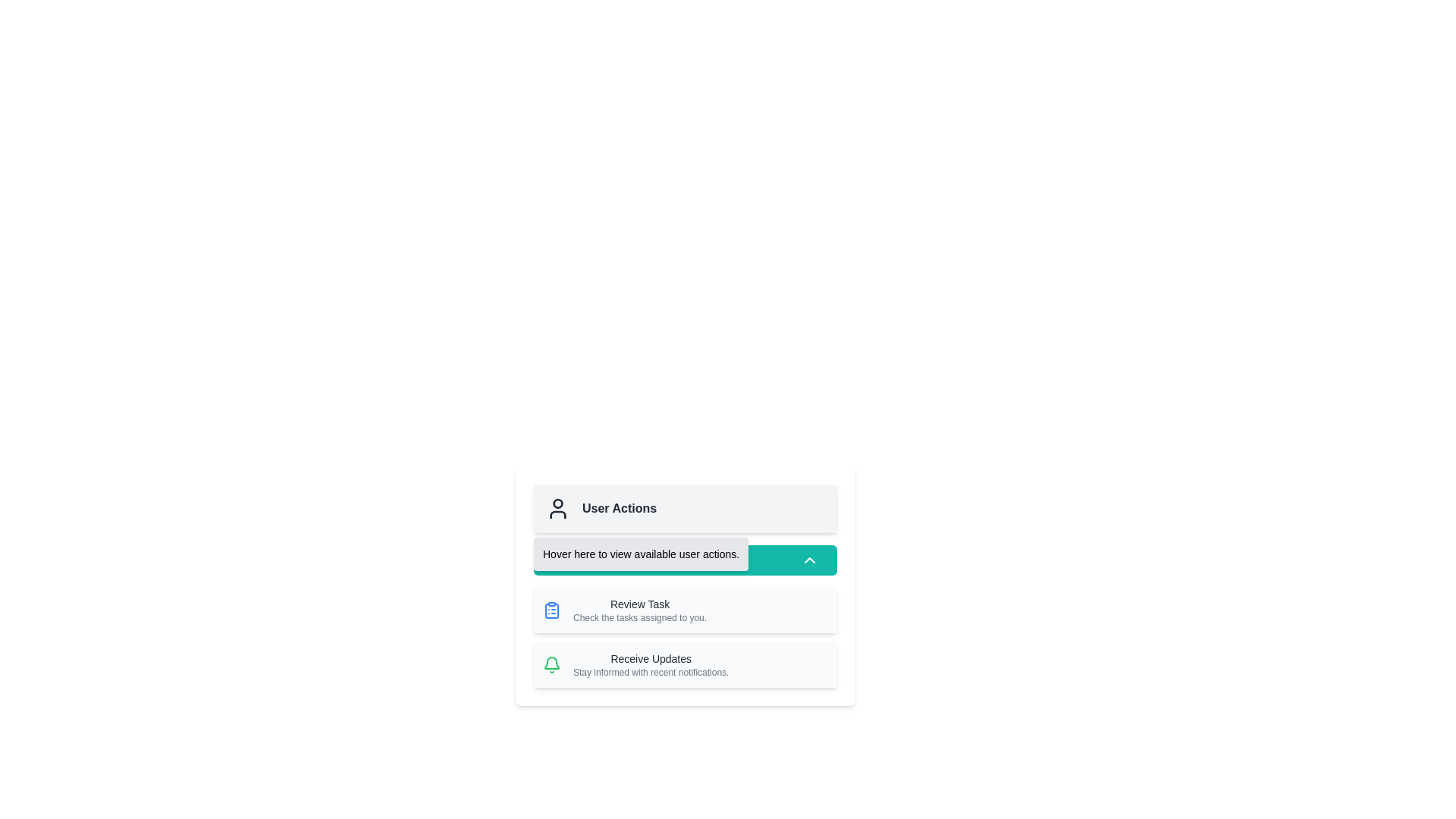 Image resolution: width=1456 pixels, height=819 pixels. Describe the element at coordinates (641, 554) in the screenshot. I see `the Text label with tooltip functionality located directly below the 'User Actions' heading` at that location.